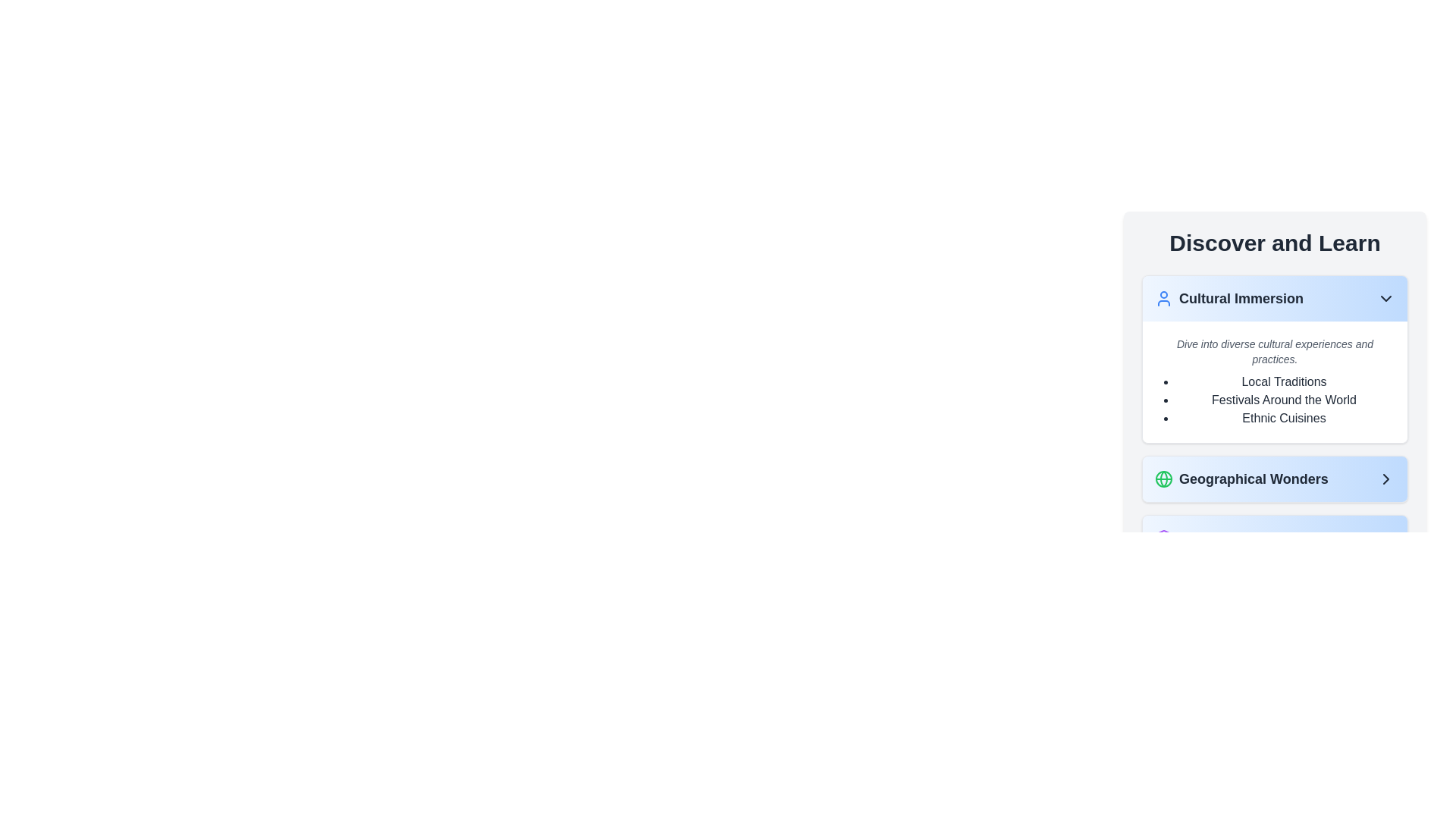 Image resolution: width=1456 pixels, height=819 pixels. Describe the element at coordinates (1163, 298) in the screenshot. I see `the decorative icon indicating the 'Cultural Immersion' category, located to the left of the 'Cultural Immersion' header in the 'Discover and Learn' section` at that location.